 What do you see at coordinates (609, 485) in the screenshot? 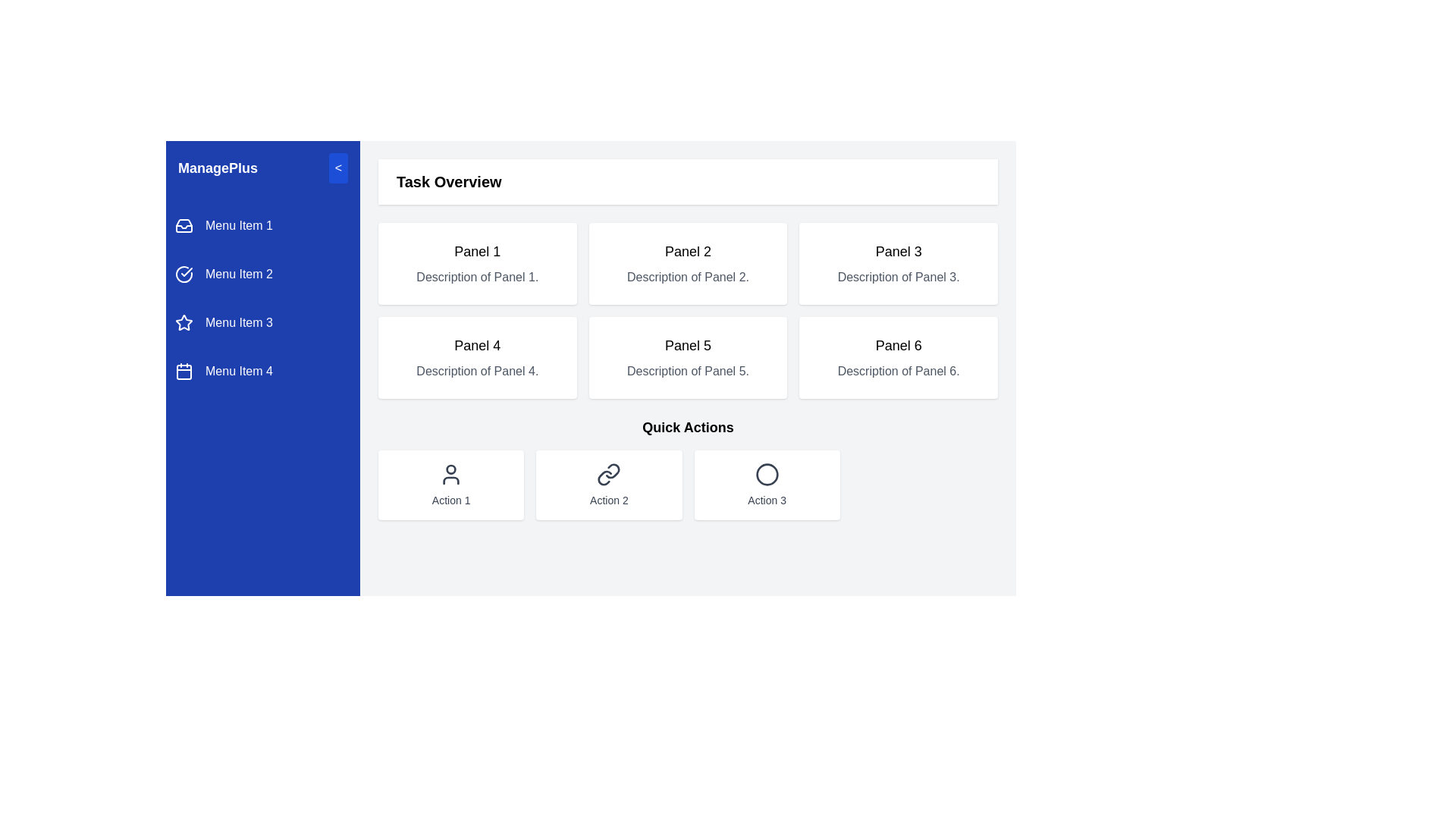
I see `the 'Action 2' button, which is a rectangular button with a white background, rounded corners, and a link icon above the text label in gray font, located in the center of the 'Quick Actions' section` at bounding box center [609, 485].